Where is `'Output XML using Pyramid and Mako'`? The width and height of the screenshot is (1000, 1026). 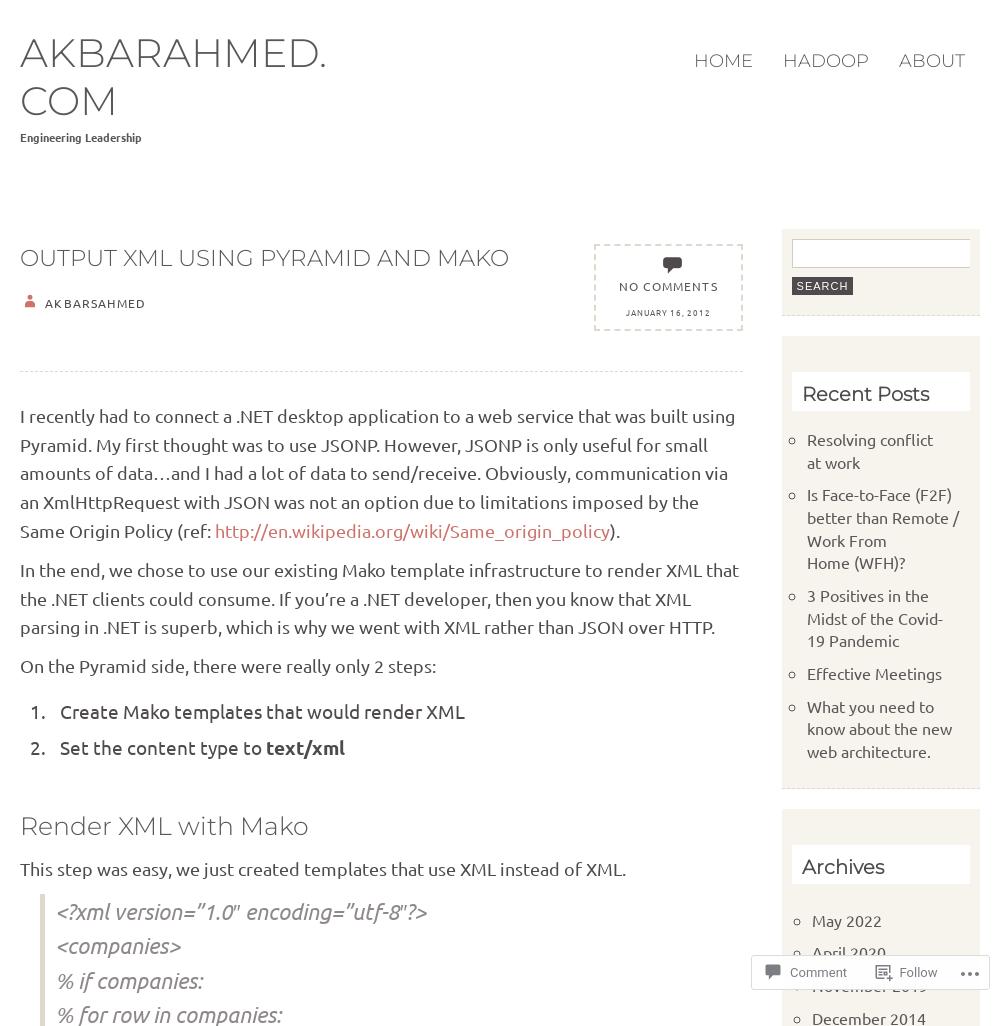 'Output XML using Pyramid and Mako' is located at coordinates (264, 256).